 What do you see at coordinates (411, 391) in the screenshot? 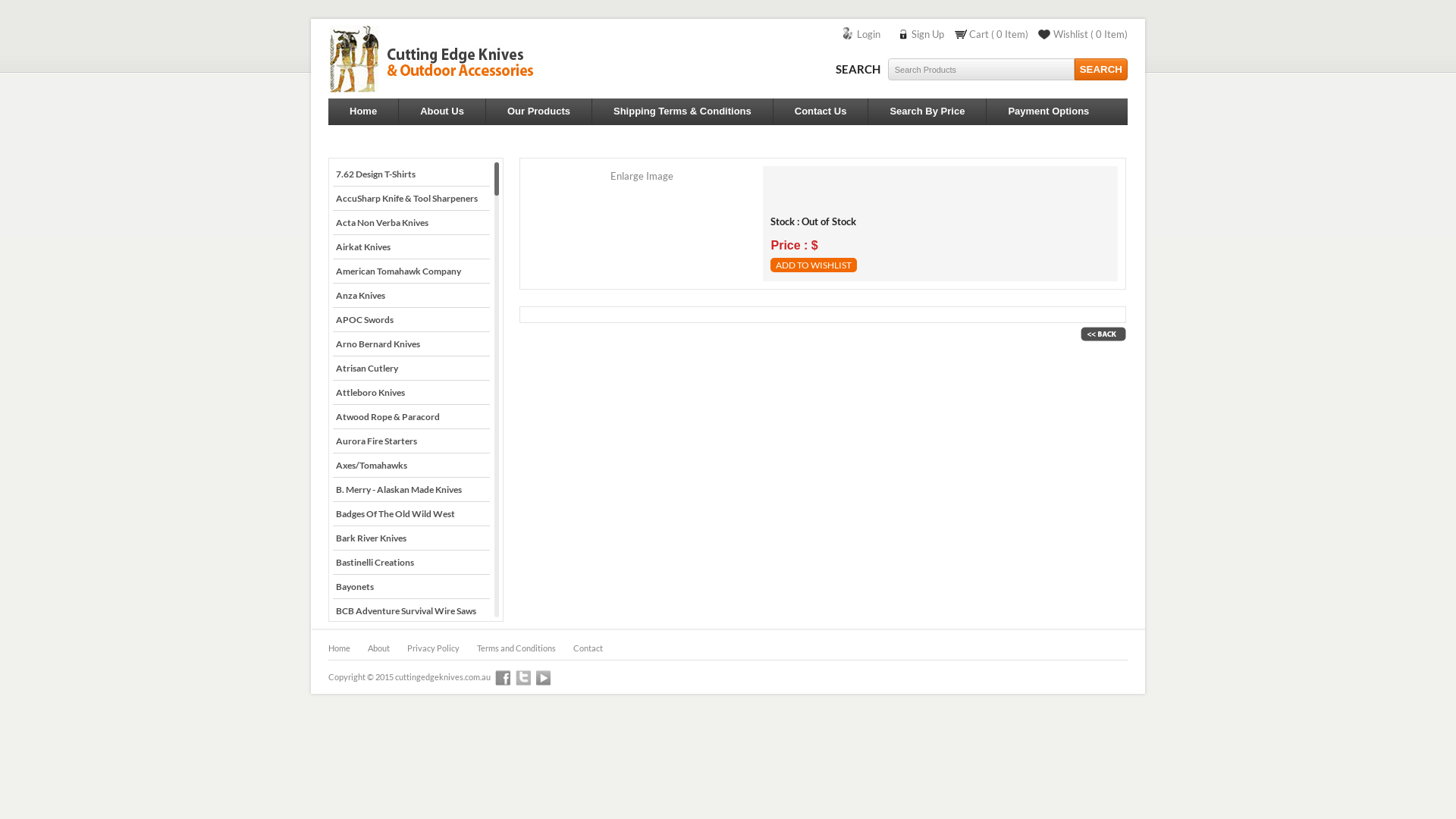
I see `'Attleboro Knives'` at bounding box center [411, 391].